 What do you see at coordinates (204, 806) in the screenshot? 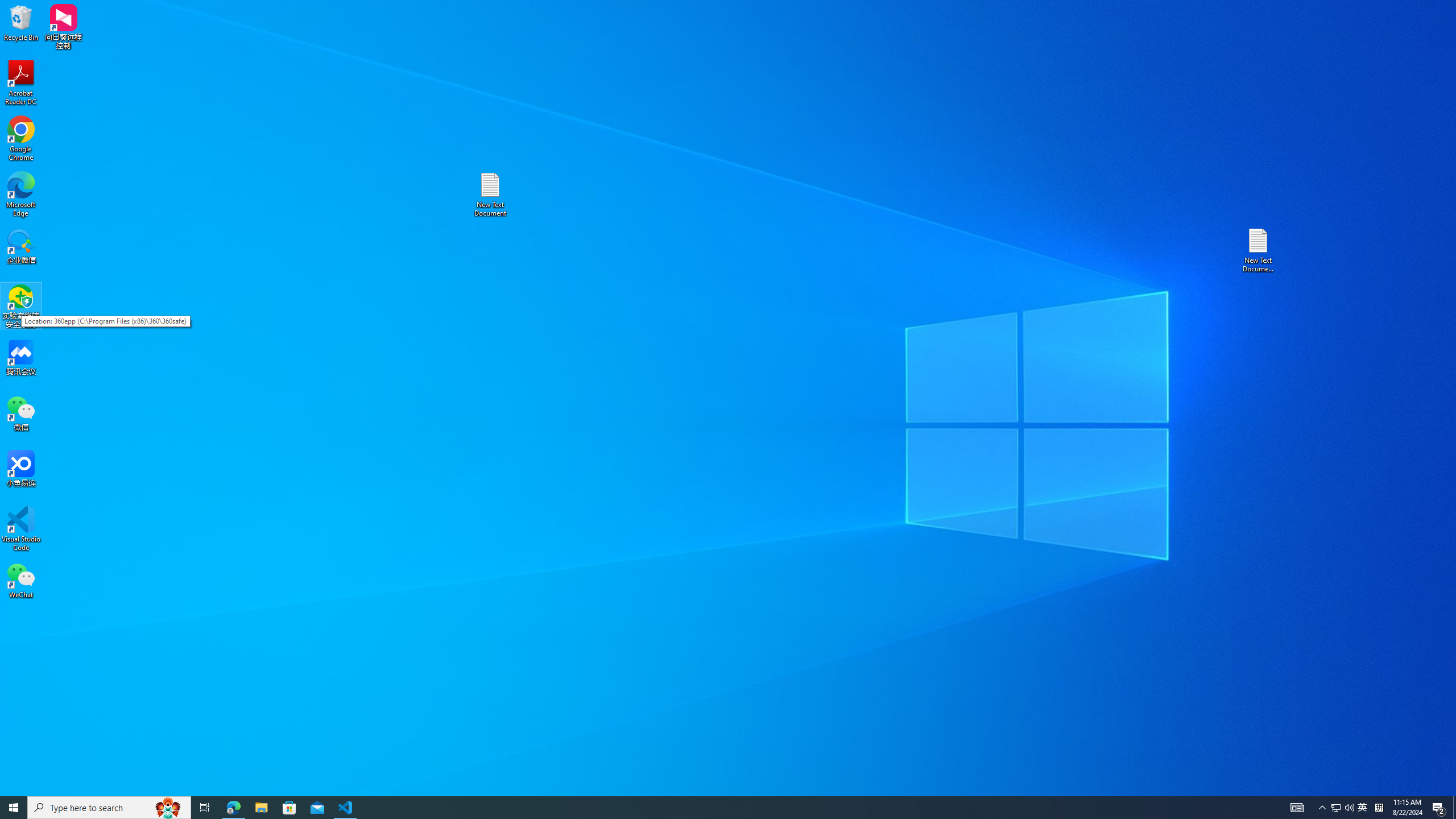
I see `'Task View'` at bounding box center [204, 806].